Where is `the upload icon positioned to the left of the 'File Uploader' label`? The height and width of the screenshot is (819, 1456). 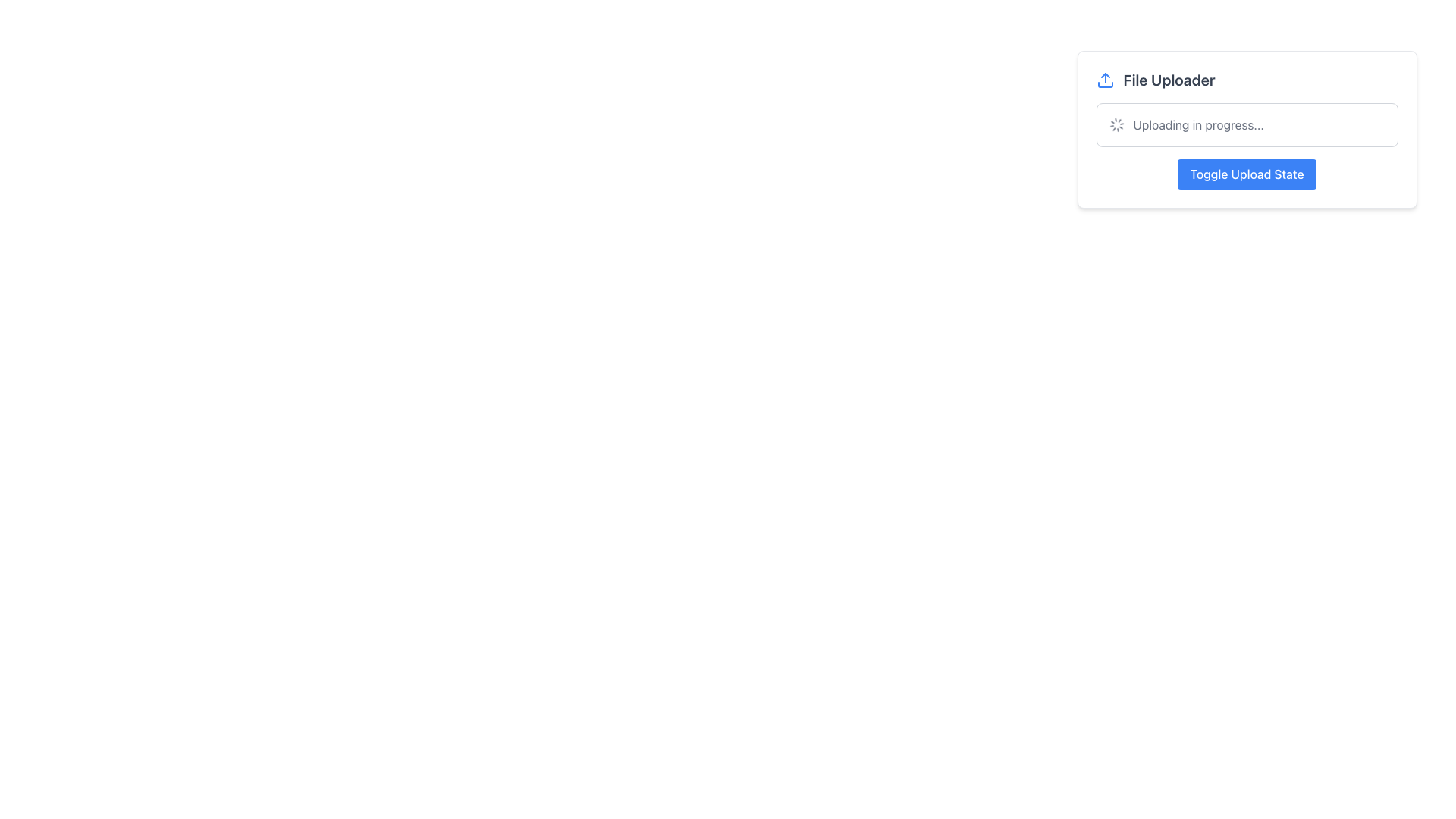 the upload icon positioned to the left of the 'File Uploader' label is located at coordinates (1105, 80).